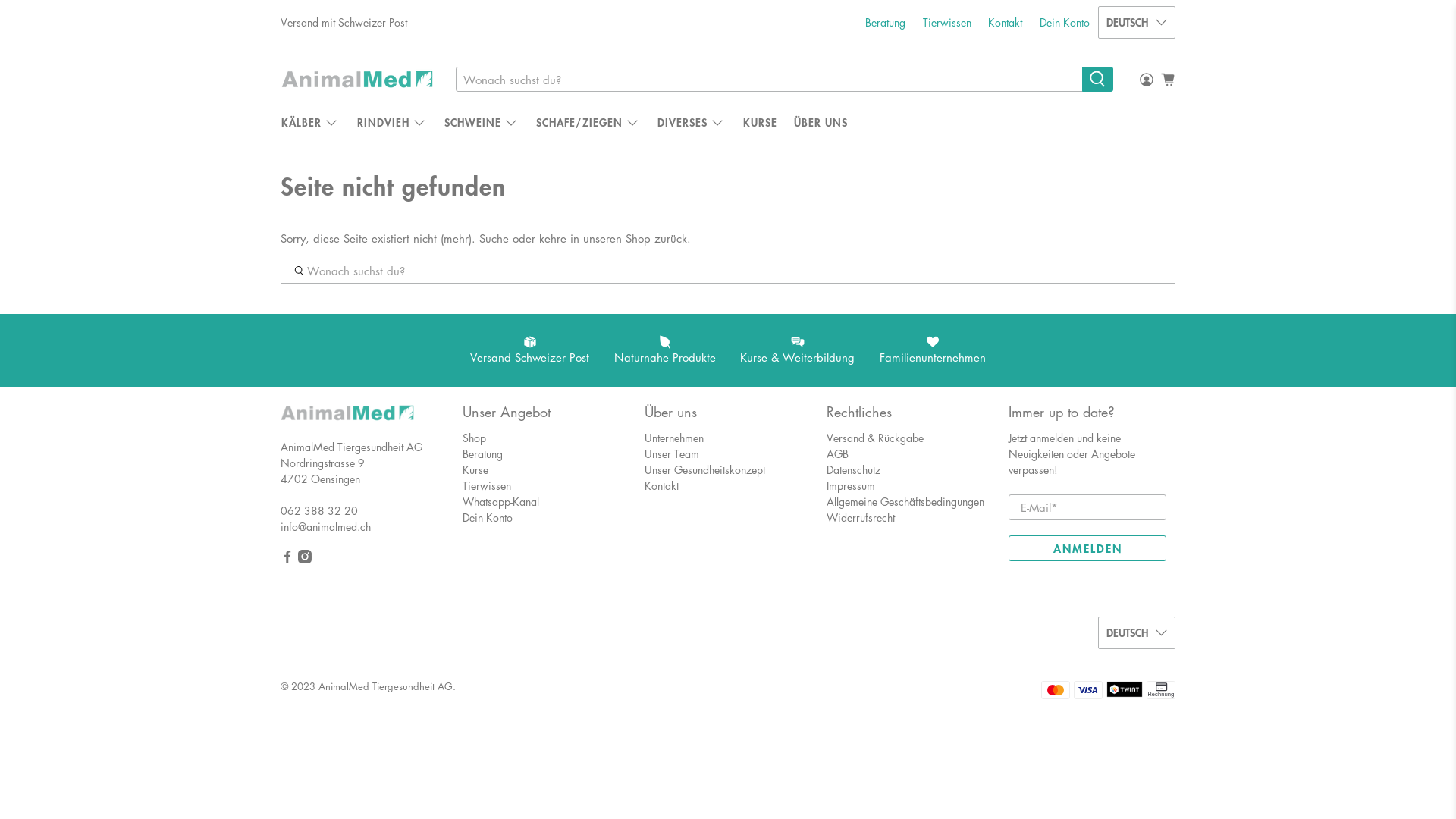 This screenshot has height=819, width=1456. What do you see at coordinates (346, 420) in the screenshot?
I see `'AnimalMed Tiergesundheit AG'` at bounding box center [346, 420].